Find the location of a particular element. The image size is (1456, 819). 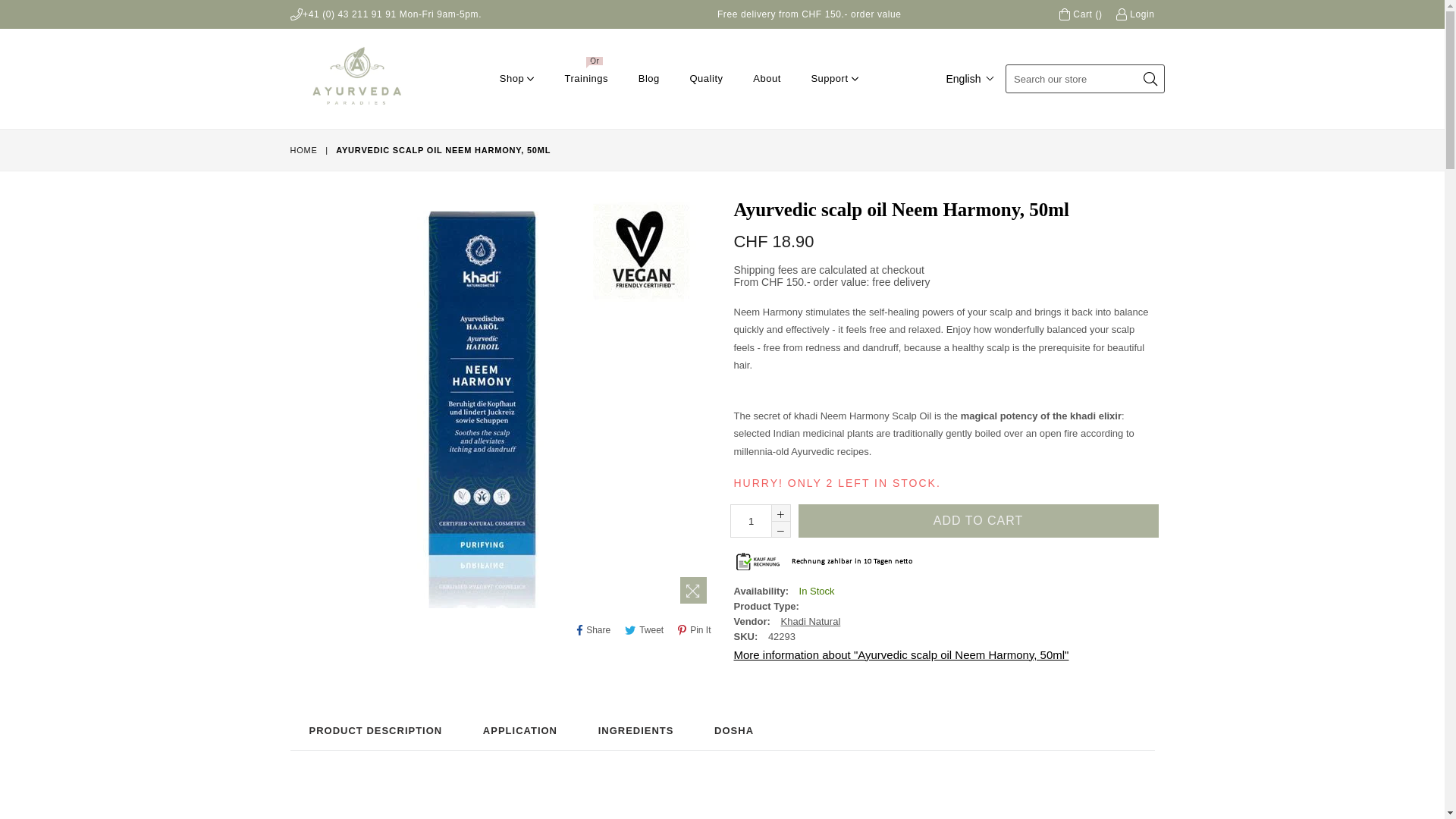

'Trainings is located at coordinates (585, 79).